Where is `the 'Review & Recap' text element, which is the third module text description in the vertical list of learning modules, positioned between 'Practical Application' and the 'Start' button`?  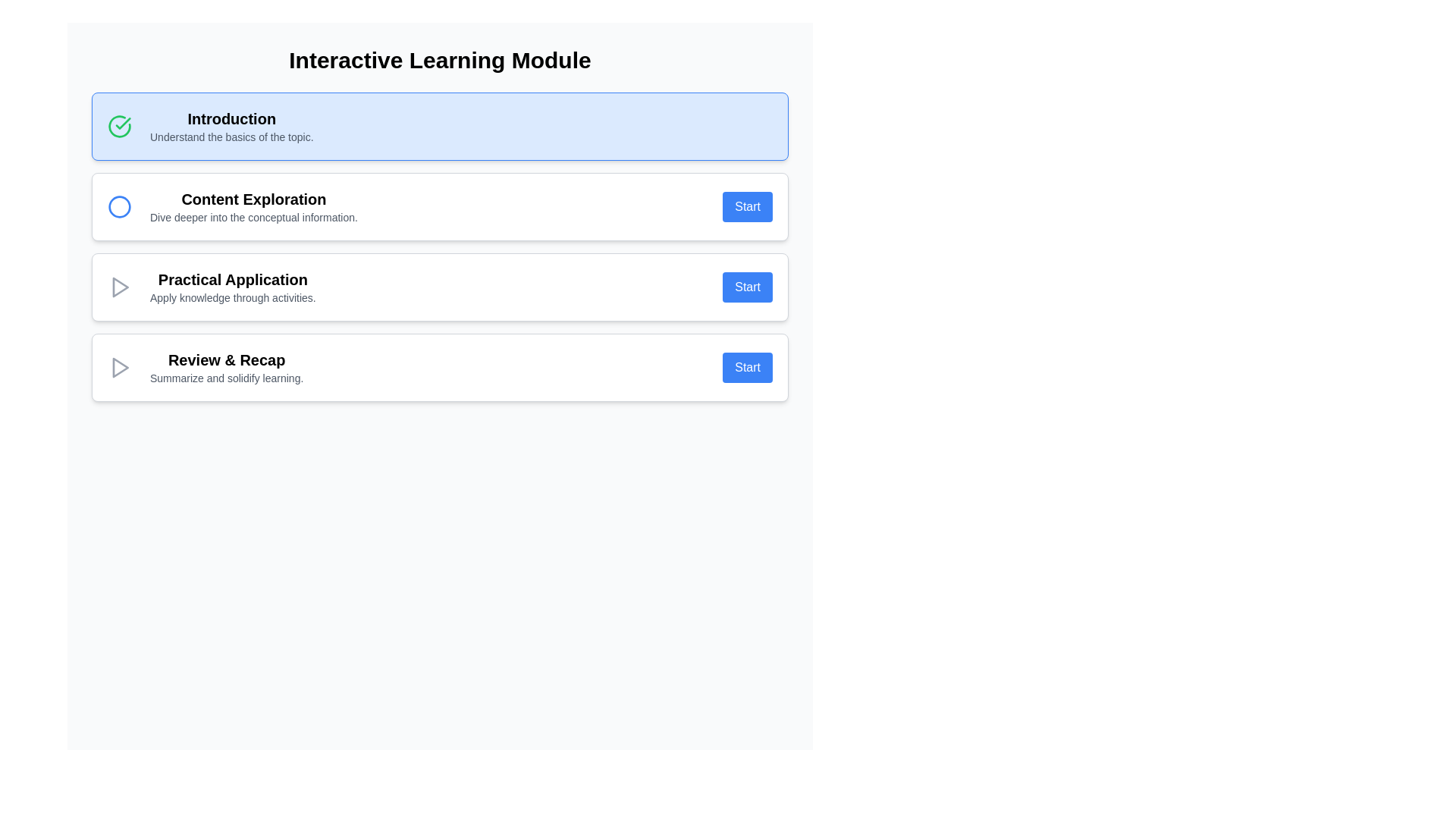 the 'Review & Recap' text element, which is the third module text description in the vertical list of learning modules, positioned between 'Practical Application' and the 'Start' button is located at coordinates (226, 368).